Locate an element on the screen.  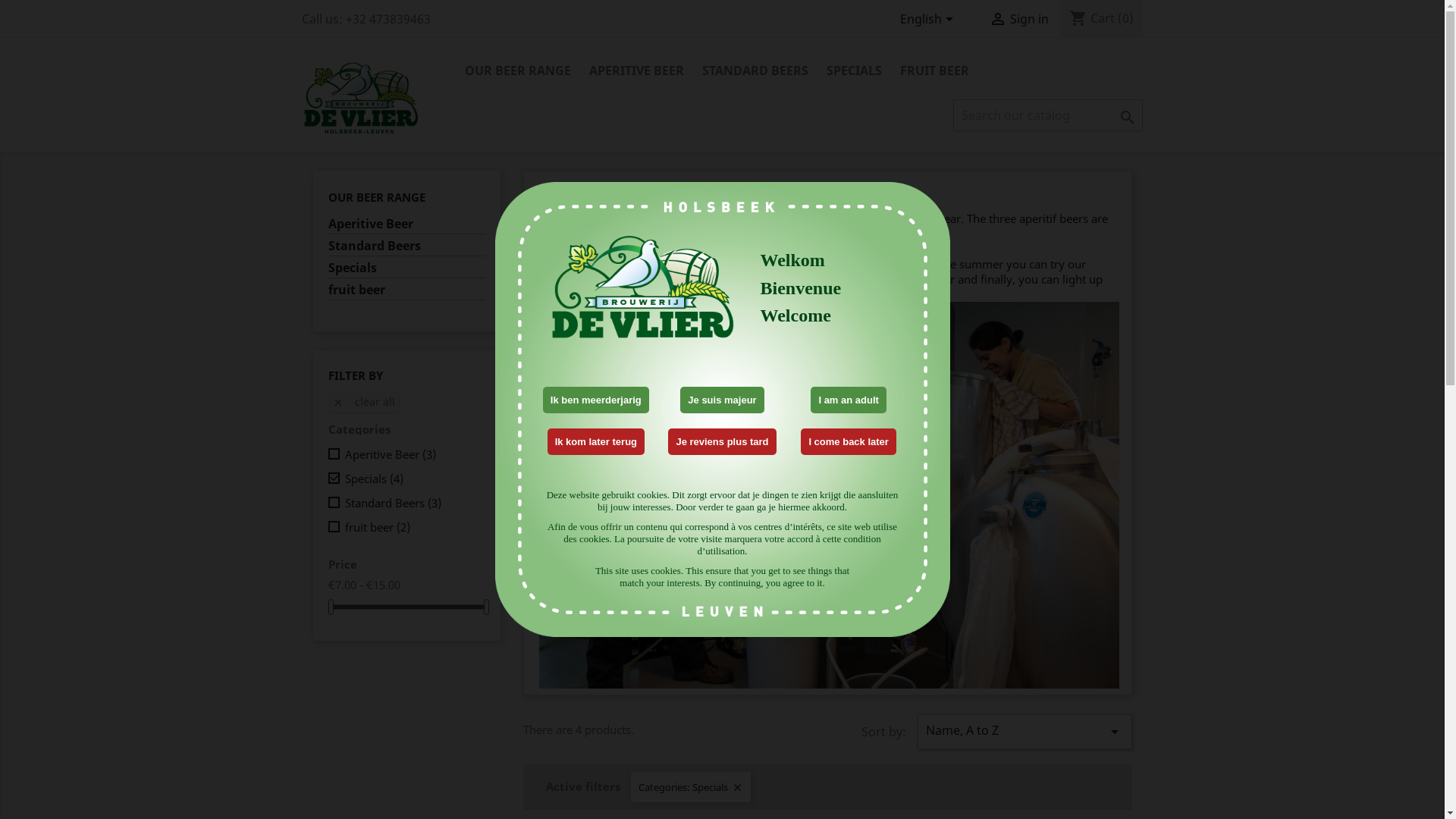
'FRUIT BEER' is located at coordinates (933, 71).